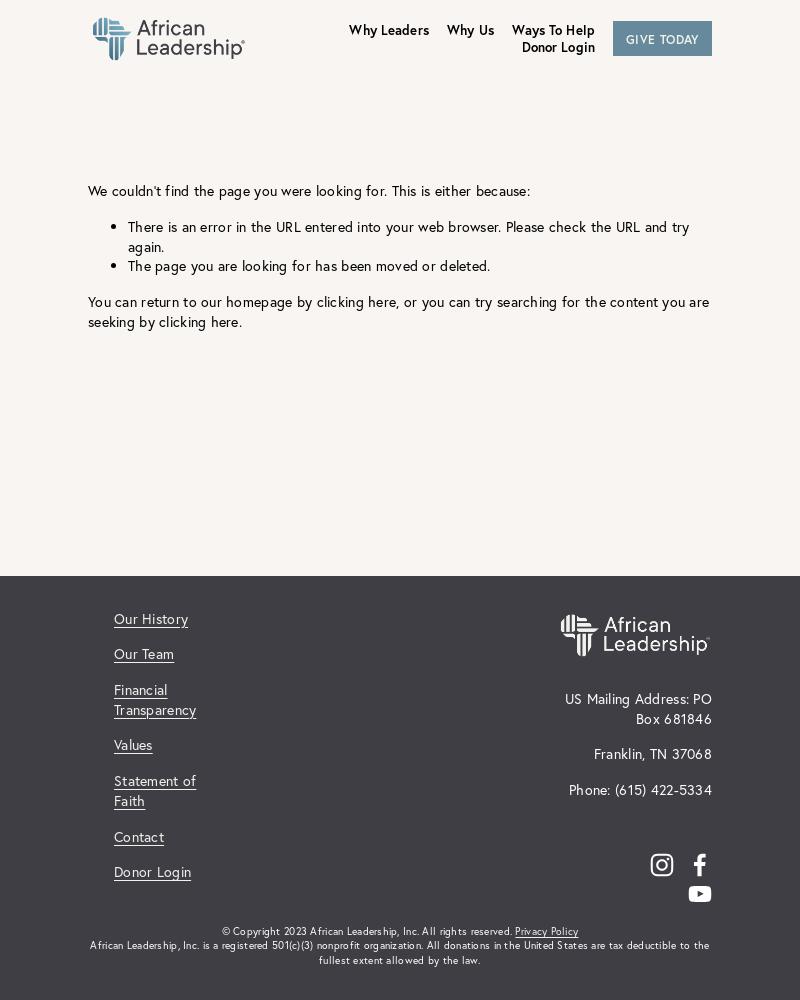  I want to click on 'Our History', so click(150, 616).